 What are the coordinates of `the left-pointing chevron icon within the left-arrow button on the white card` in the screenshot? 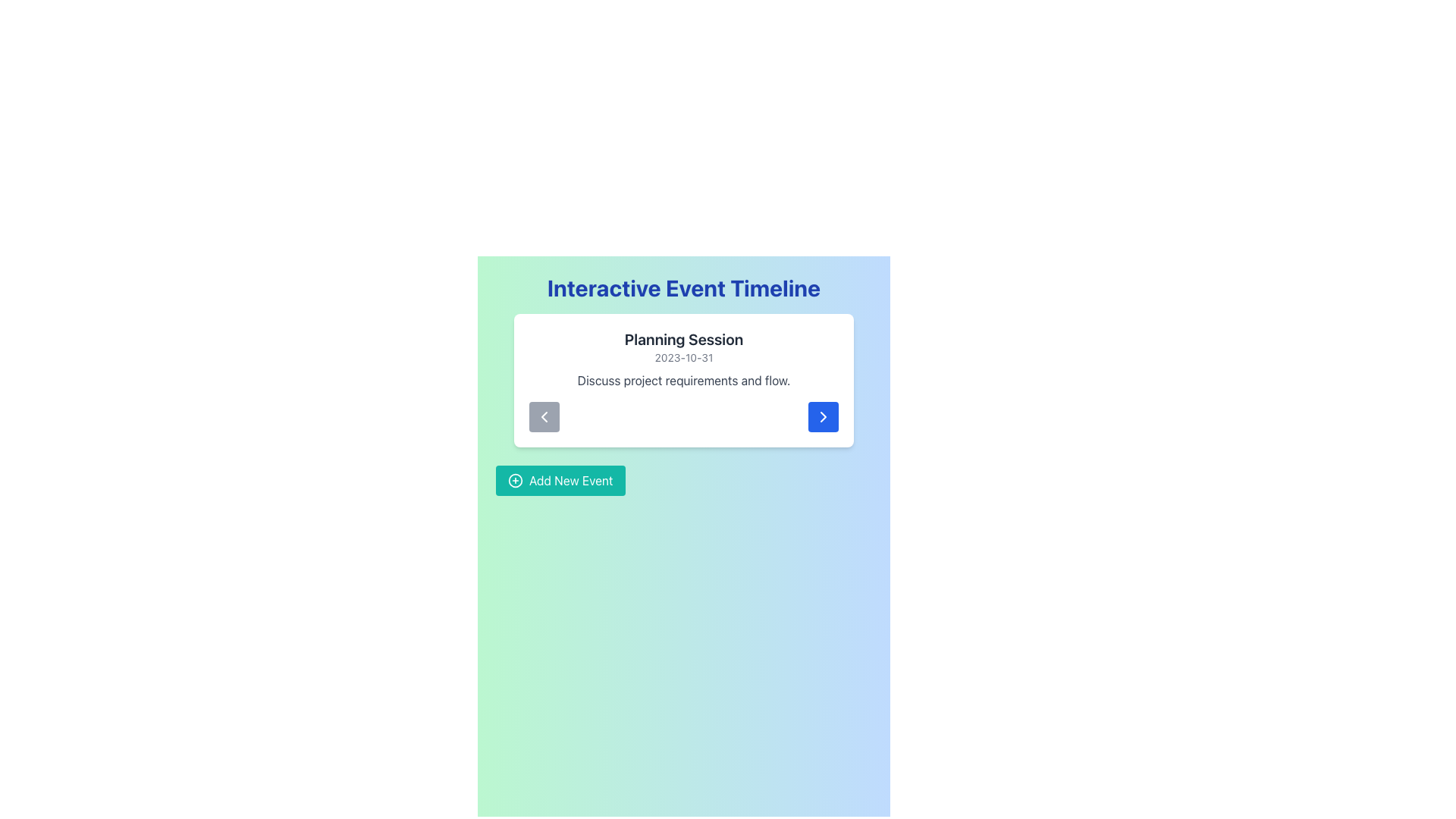 It's located at (544, 417).